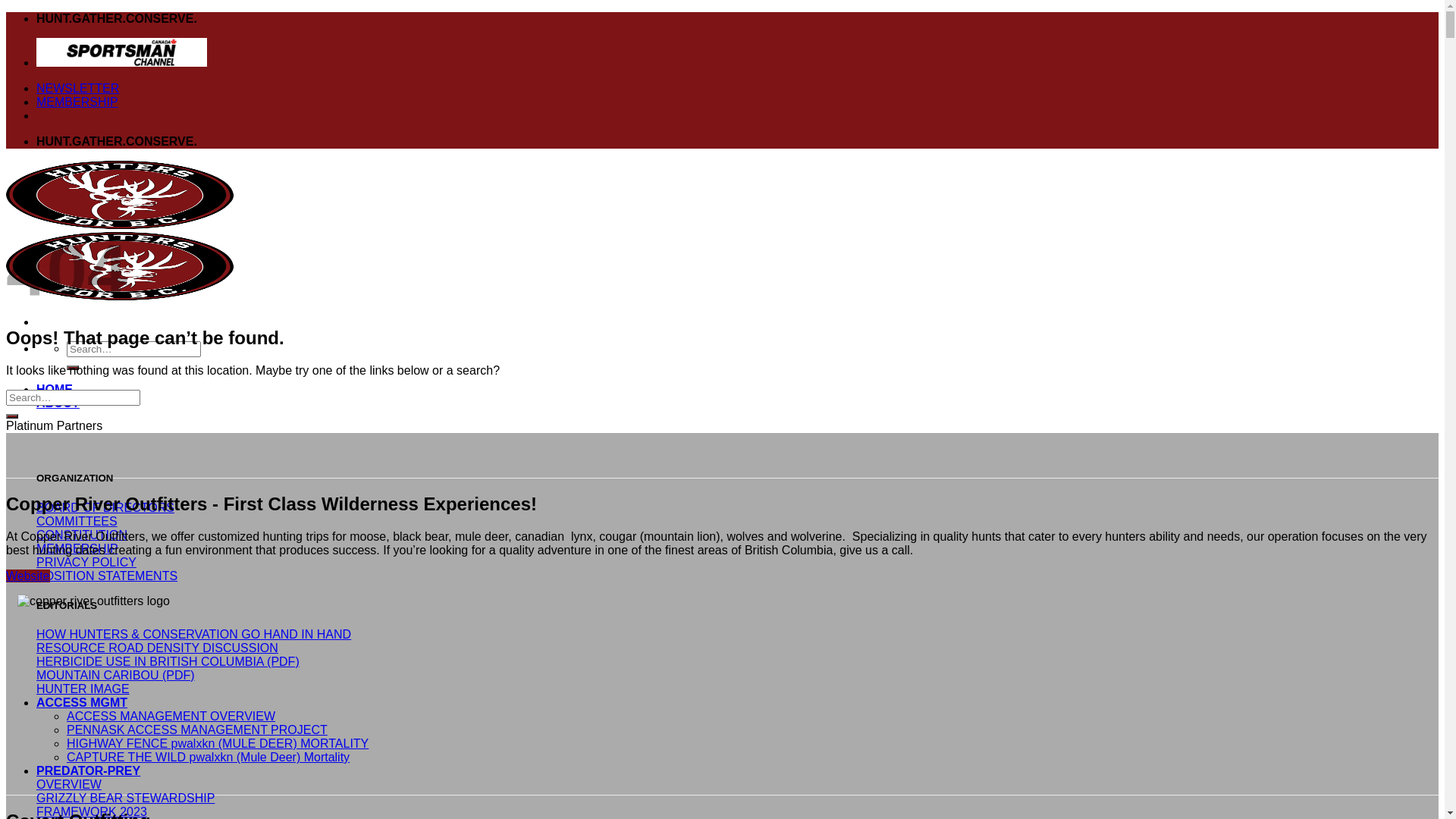 This screenshot has height=819, width=1456. Describe the element at coordinates (65, 716) in the screenshot. I see `'ACCESS MANAGEMENT OVERVIEW'` at that location.